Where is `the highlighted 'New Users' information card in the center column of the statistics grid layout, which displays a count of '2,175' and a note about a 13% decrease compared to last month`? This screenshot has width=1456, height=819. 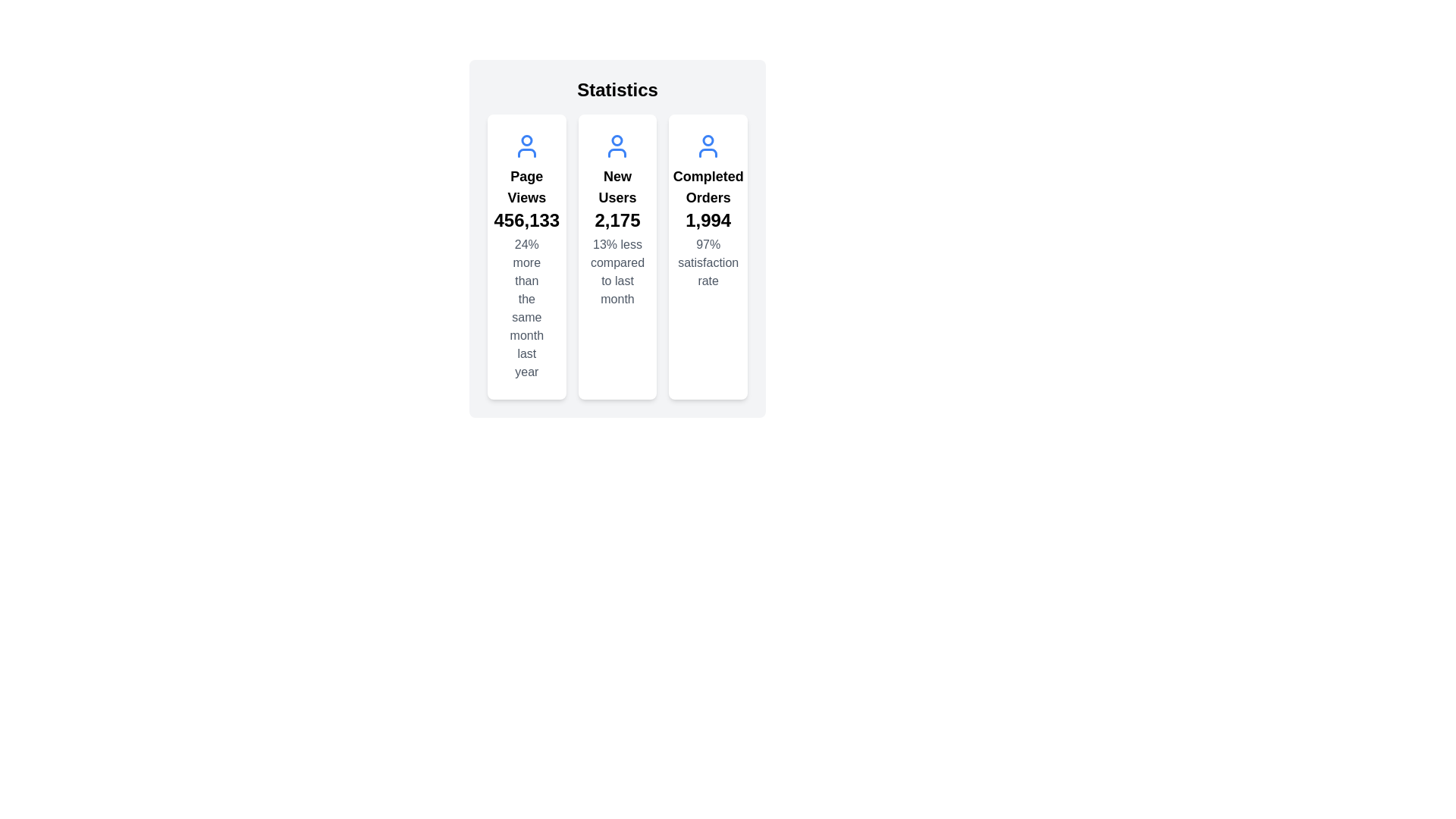 the highlighted 'New Users' information card in the center column of the statistics grid layout, which displays a count of '2,175' and a note about a 13% decrease compared to last month is located at coordinates (617, 256).